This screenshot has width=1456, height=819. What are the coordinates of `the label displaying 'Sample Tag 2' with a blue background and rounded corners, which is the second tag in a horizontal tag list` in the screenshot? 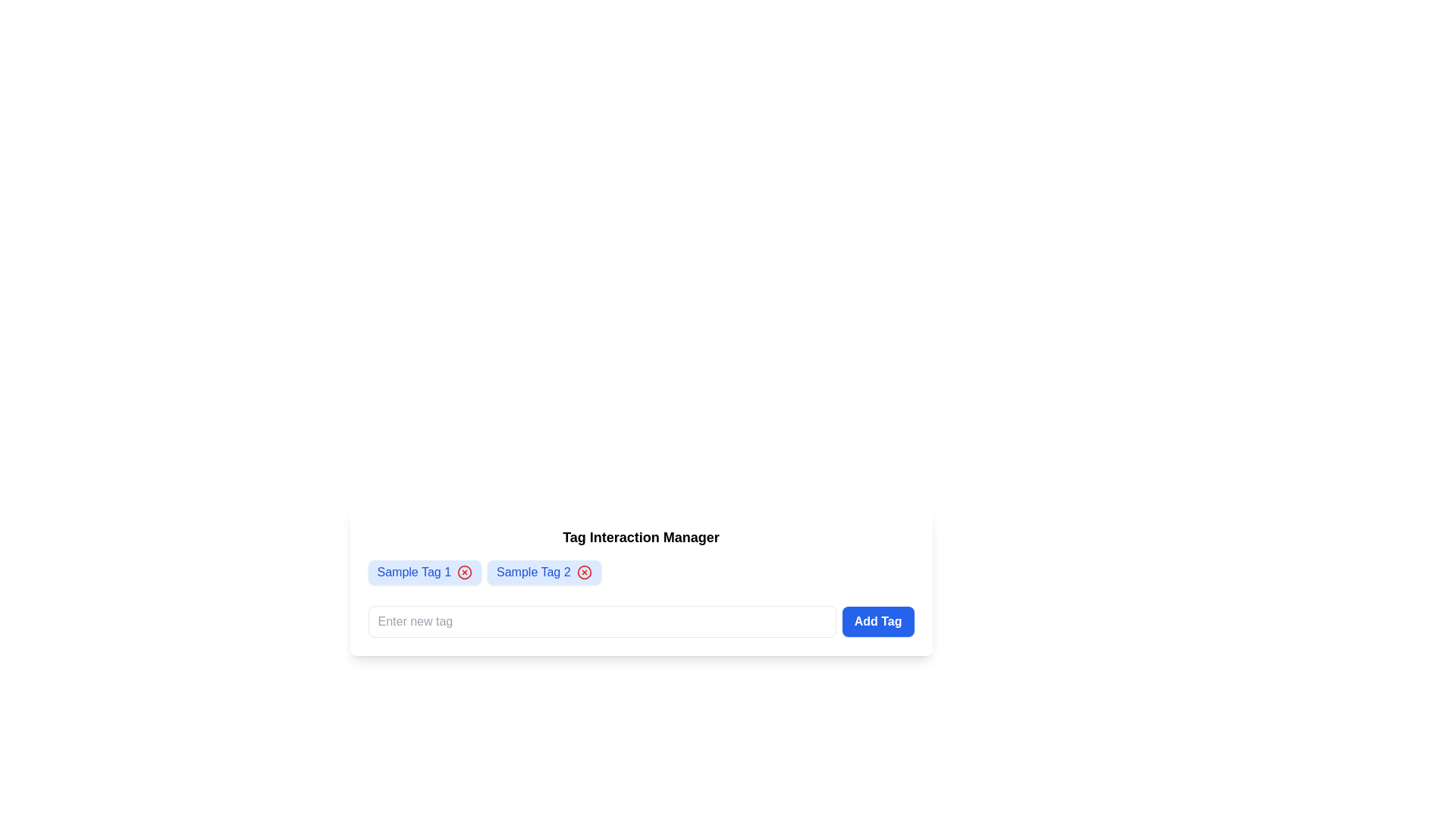 It's located at (533, 573).